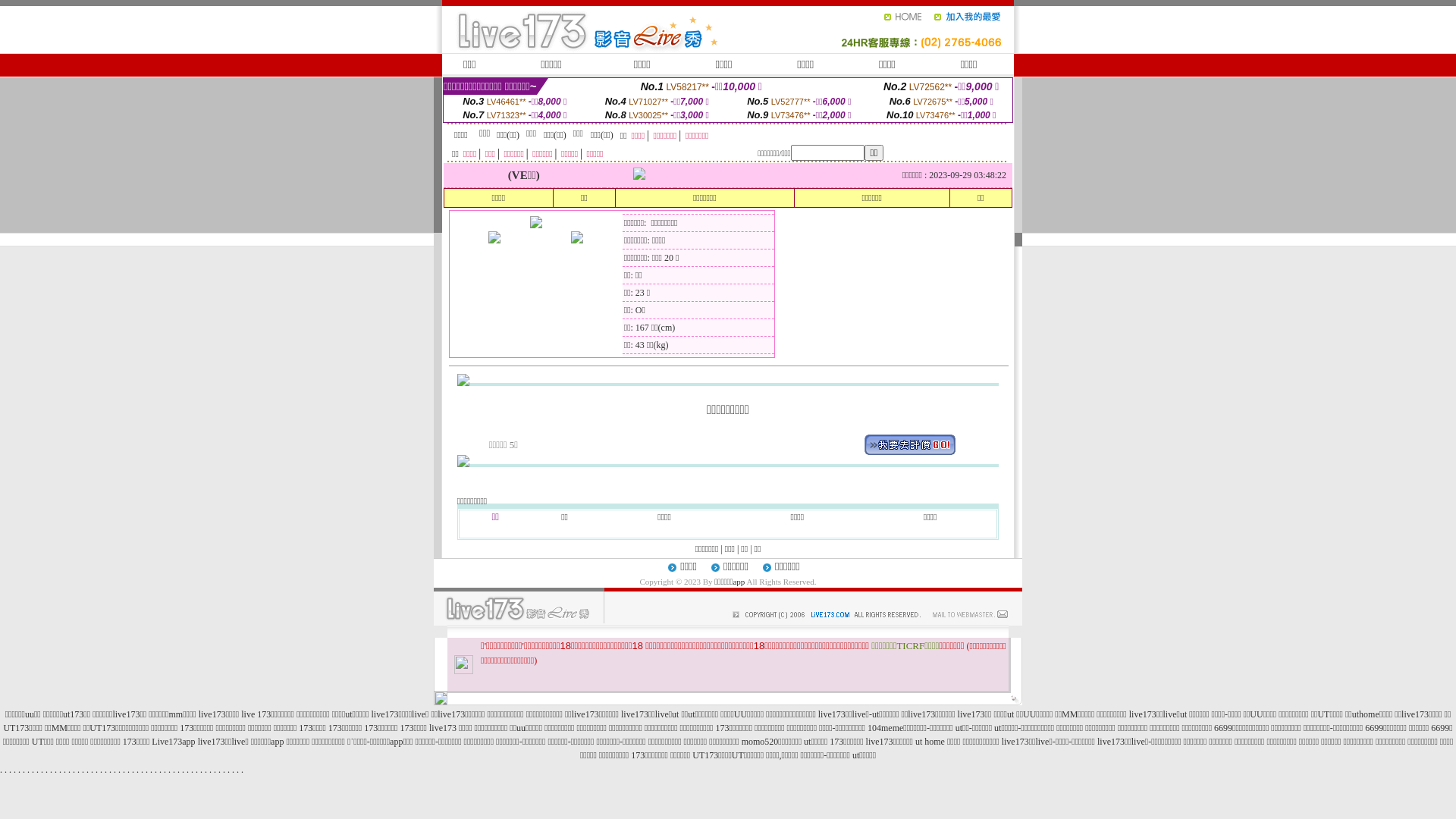 This screenshot has height=819, width=1456. I want to click on '.', so click(46, 769).